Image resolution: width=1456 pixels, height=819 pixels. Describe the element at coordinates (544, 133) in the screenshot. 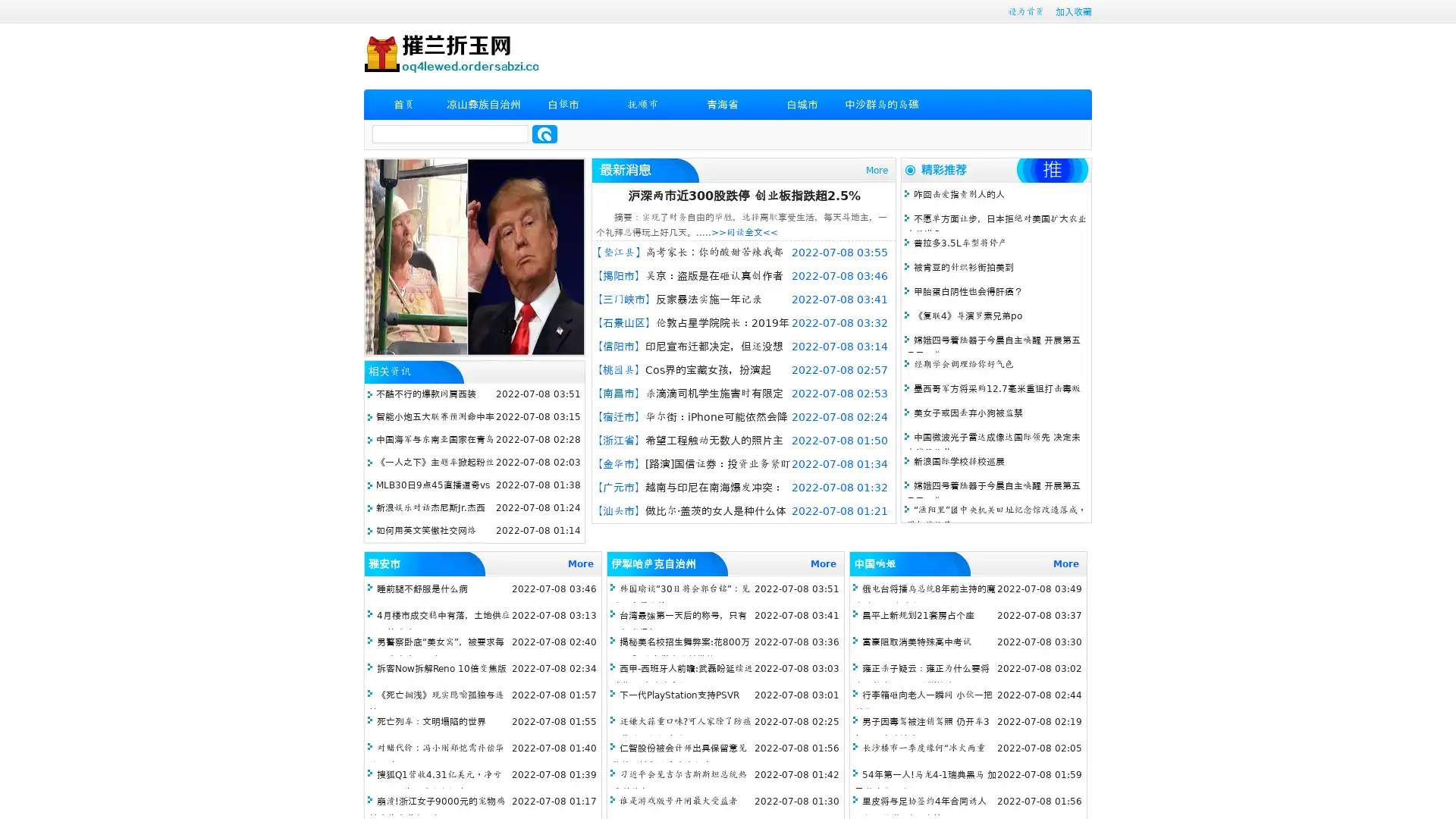

I see `Search` at that location.